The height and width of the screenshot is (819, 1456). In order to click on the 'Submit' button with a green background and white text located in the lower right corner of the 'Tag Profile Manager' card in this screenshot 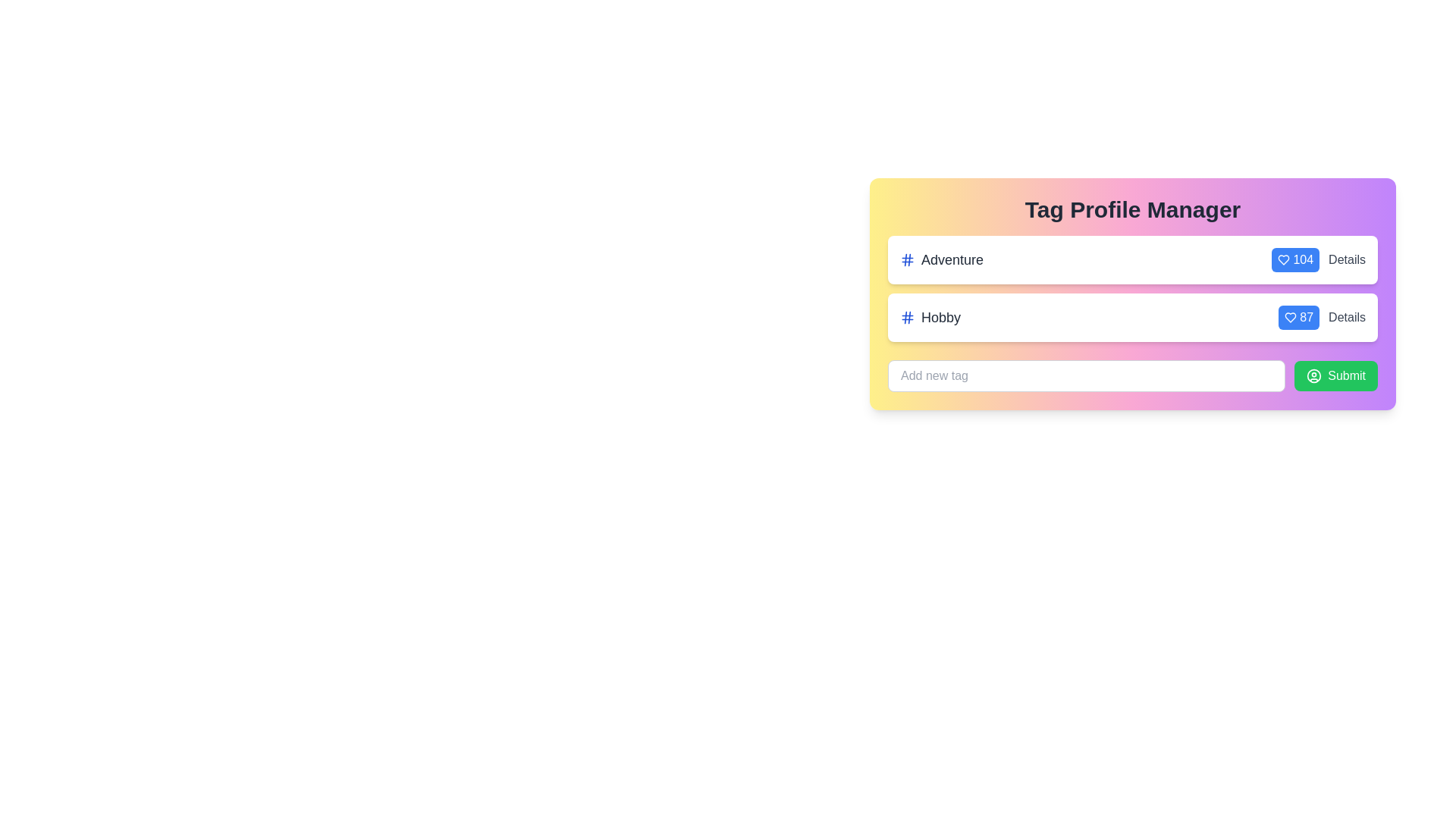, I will do `click(1336, 375)`.